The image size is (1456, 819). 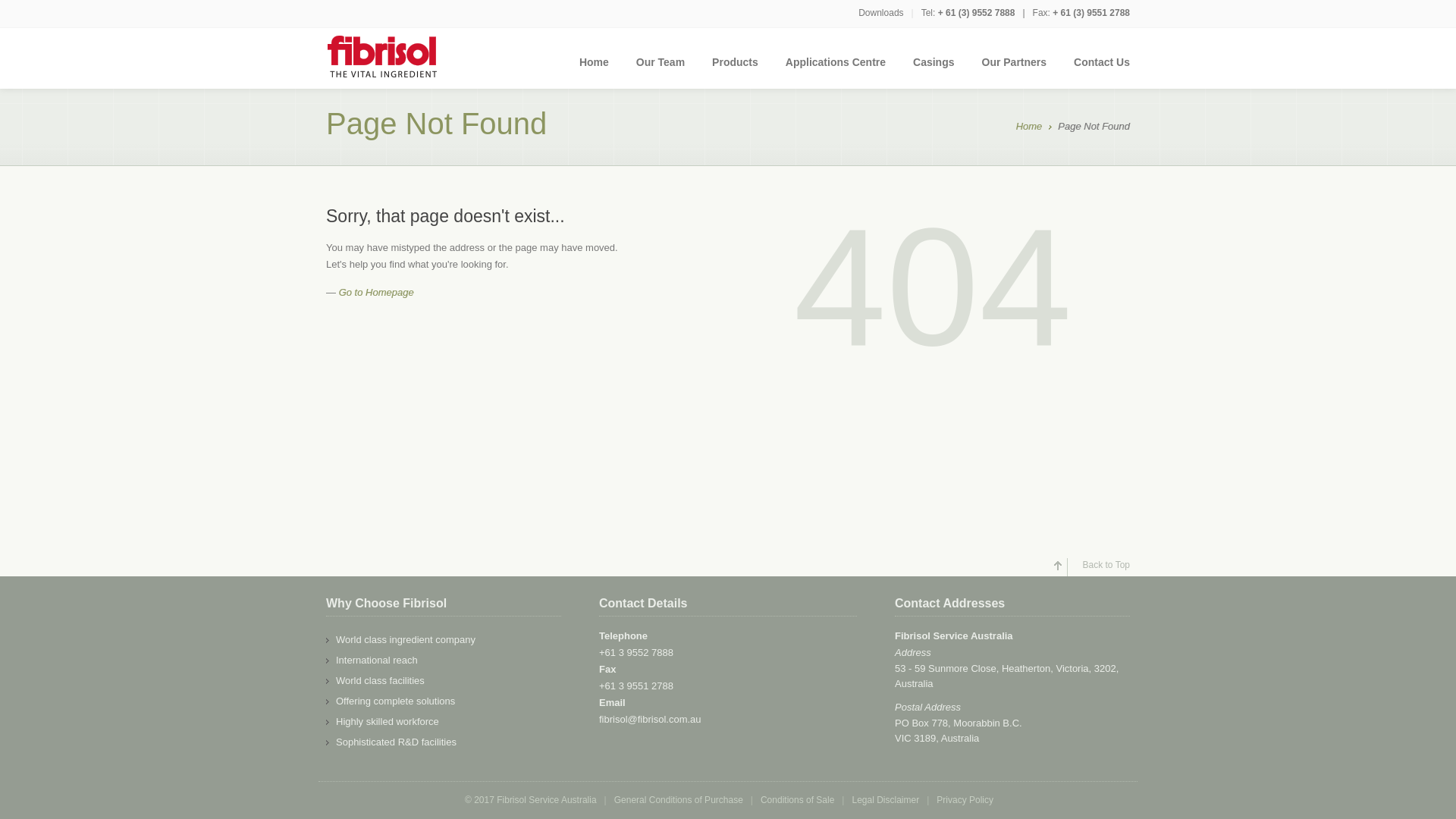 What do you see at coordinates (660, 70) in the screenshot?
I see `'Our Team'` at bounding box center [660, 70].